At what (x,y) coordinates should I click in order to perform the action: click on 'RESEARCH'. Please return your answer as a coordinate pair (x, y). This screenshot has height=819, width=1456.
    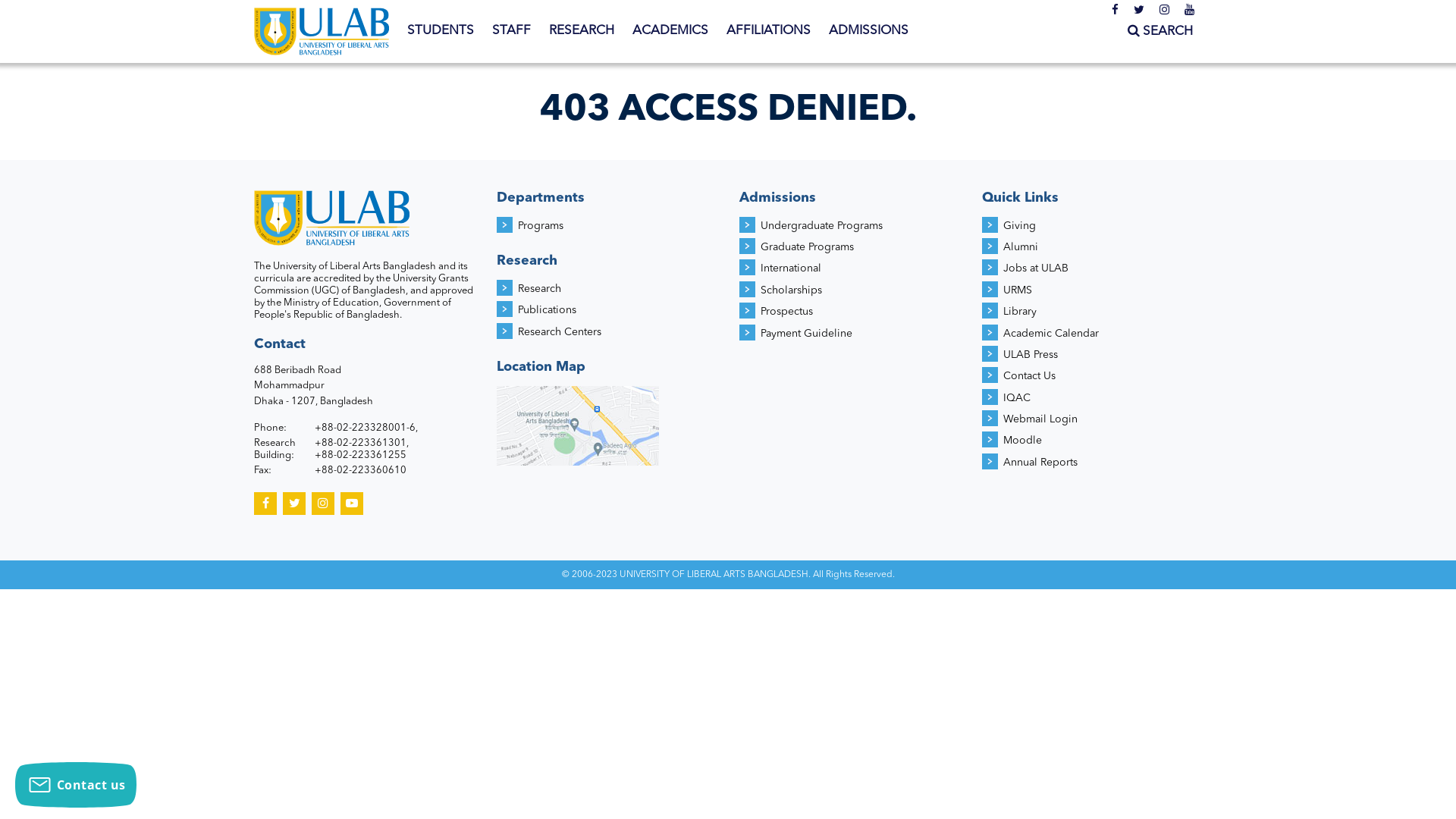
    Looking at the image, I should click on (581, 31).